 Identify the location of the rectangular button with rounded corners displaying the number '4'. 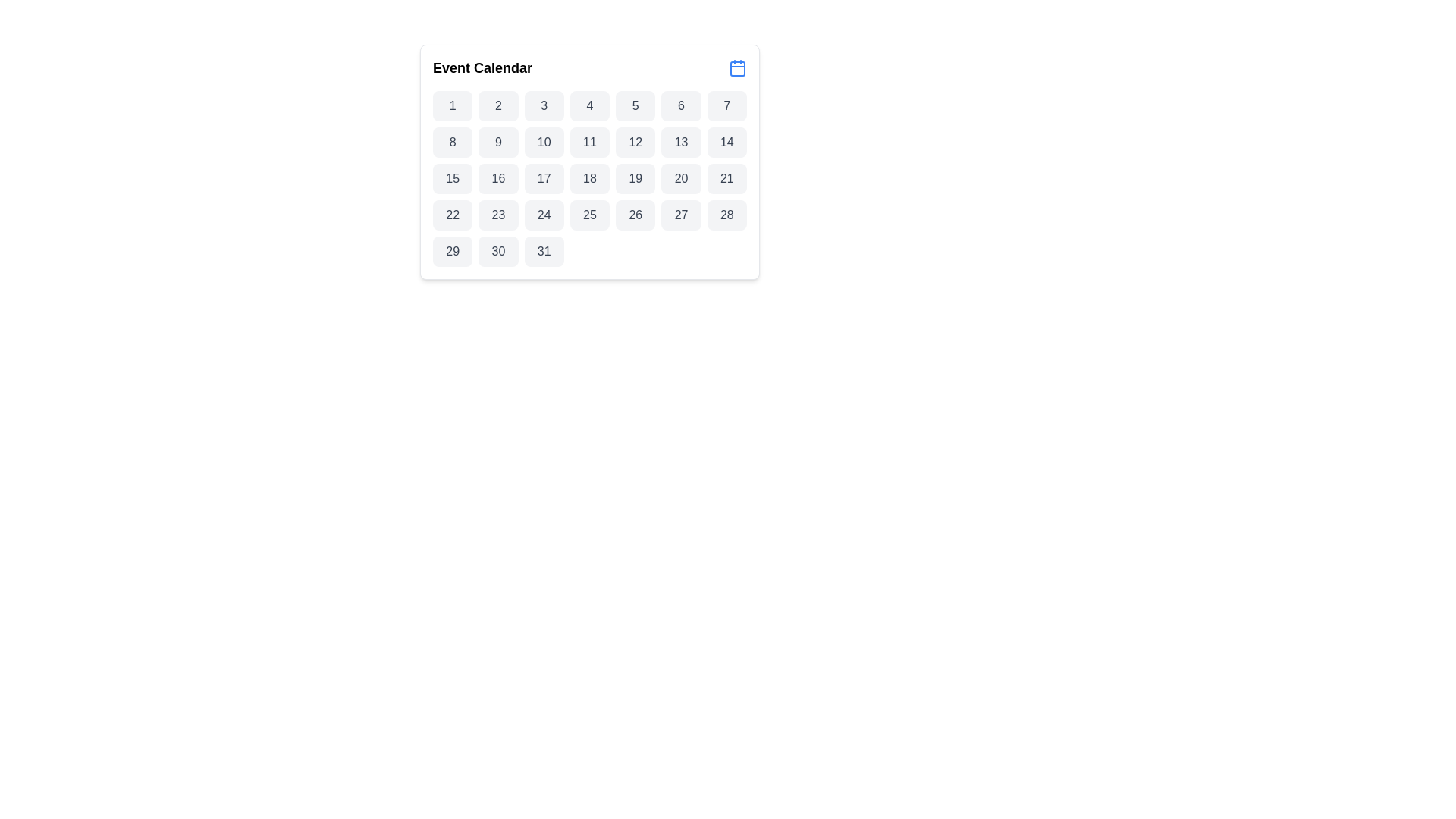
(588, 105).